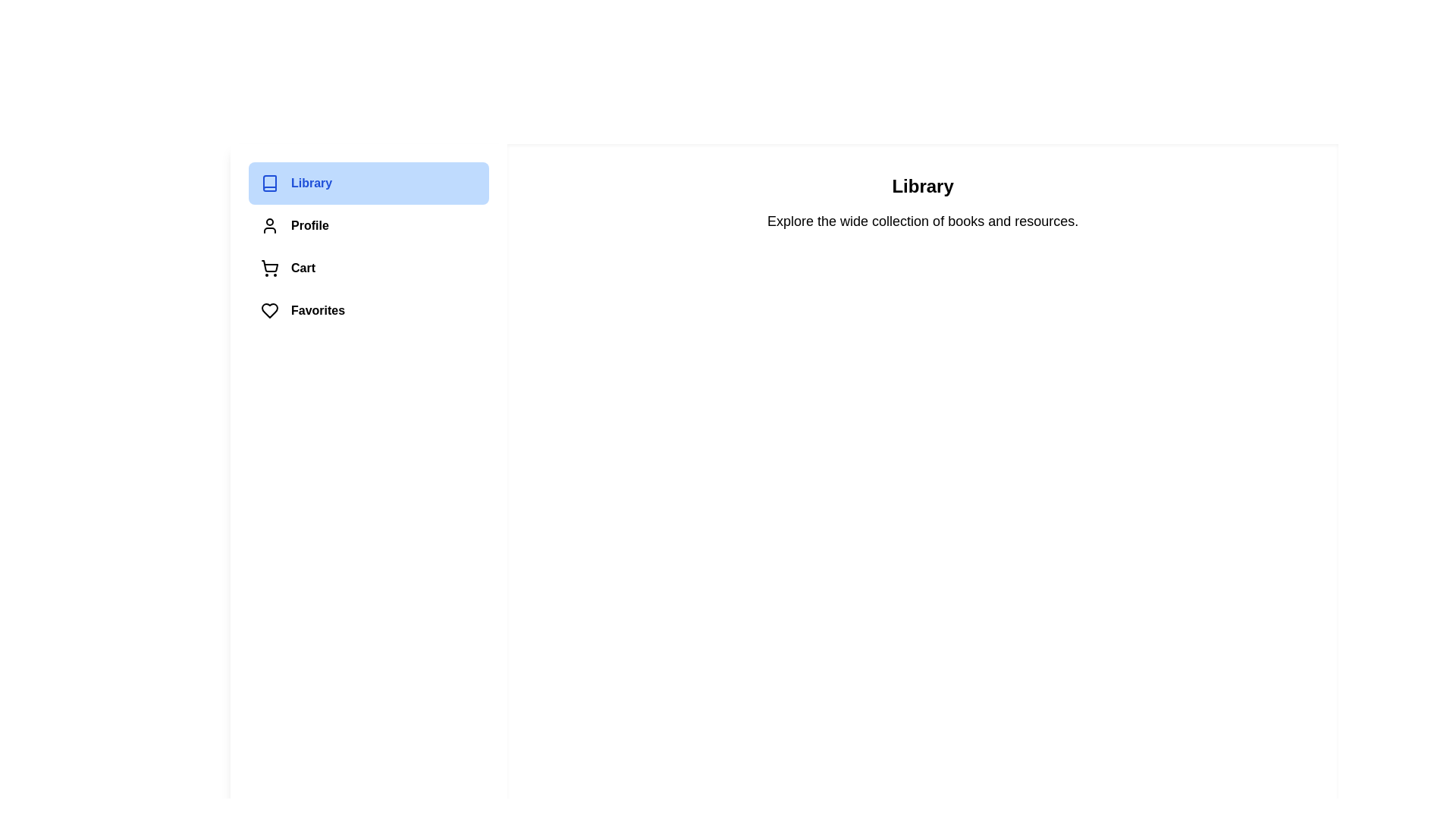 This screenshot has width=1456, height=819. I want to click on the menu tab Cart to view its content, so click(368, 268).